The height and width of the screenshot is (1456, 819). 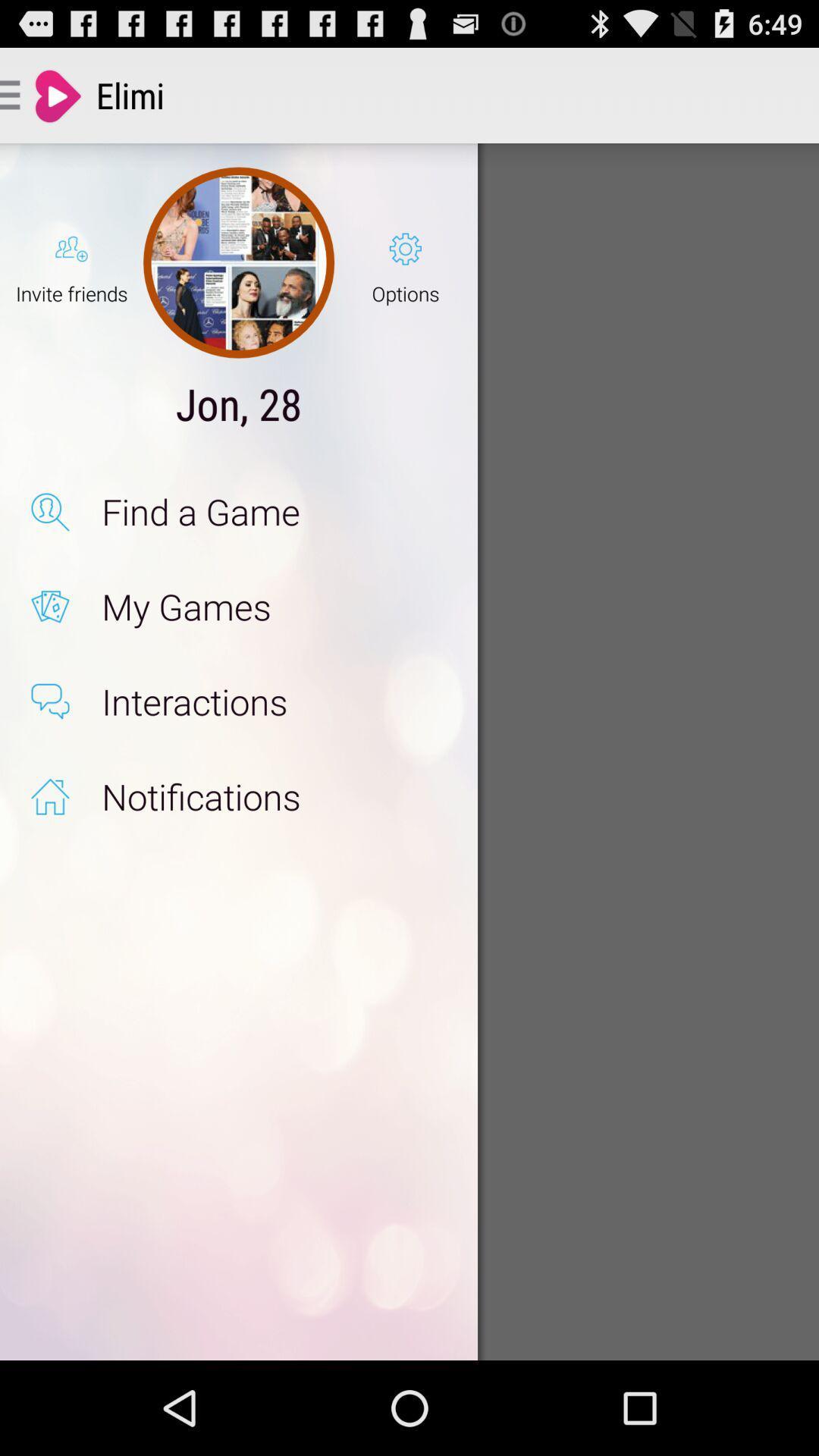 I want to click on options, so click(x=405, y=262).